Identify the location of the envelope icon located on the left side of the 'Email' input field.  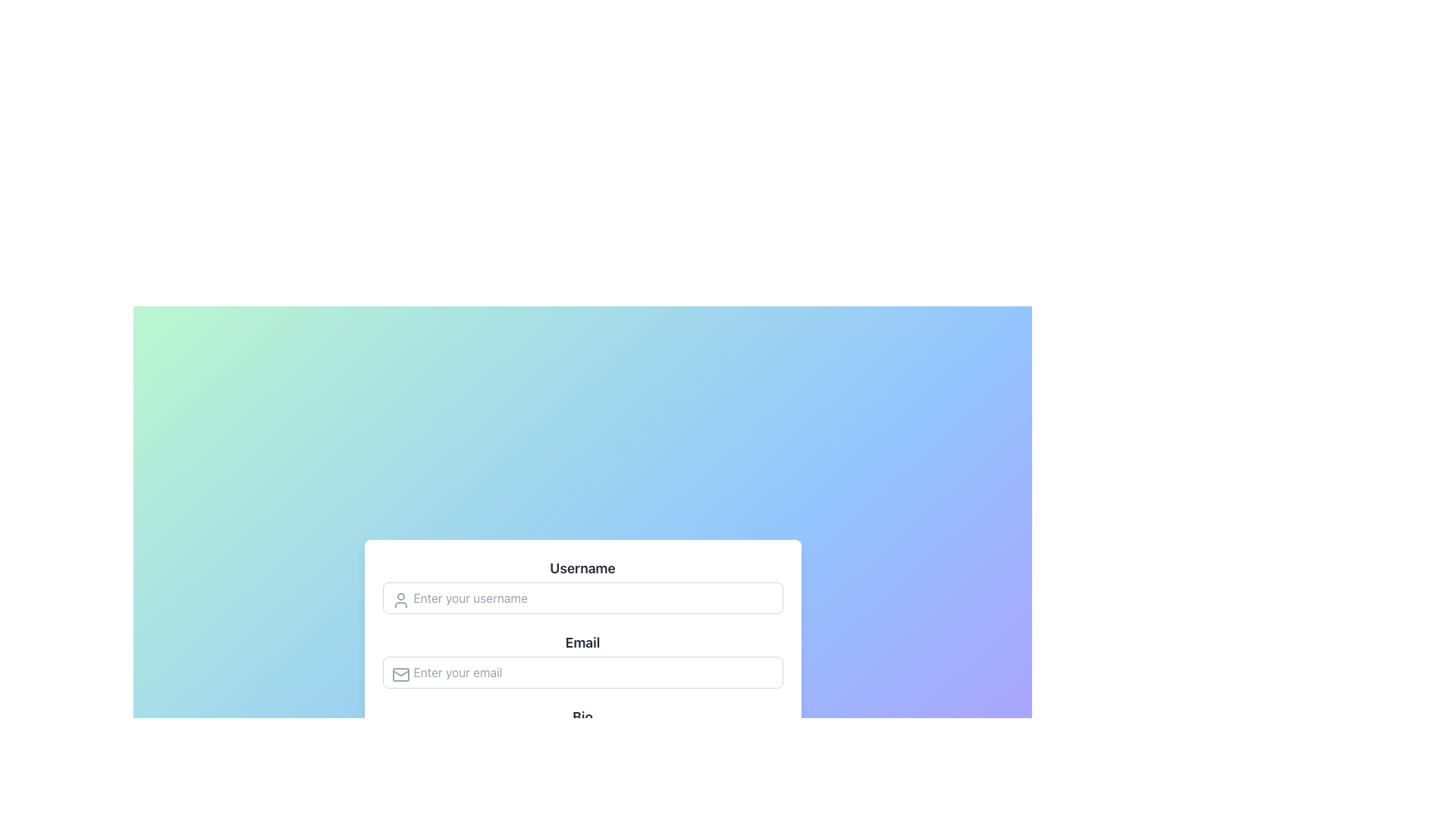
(400, 674).